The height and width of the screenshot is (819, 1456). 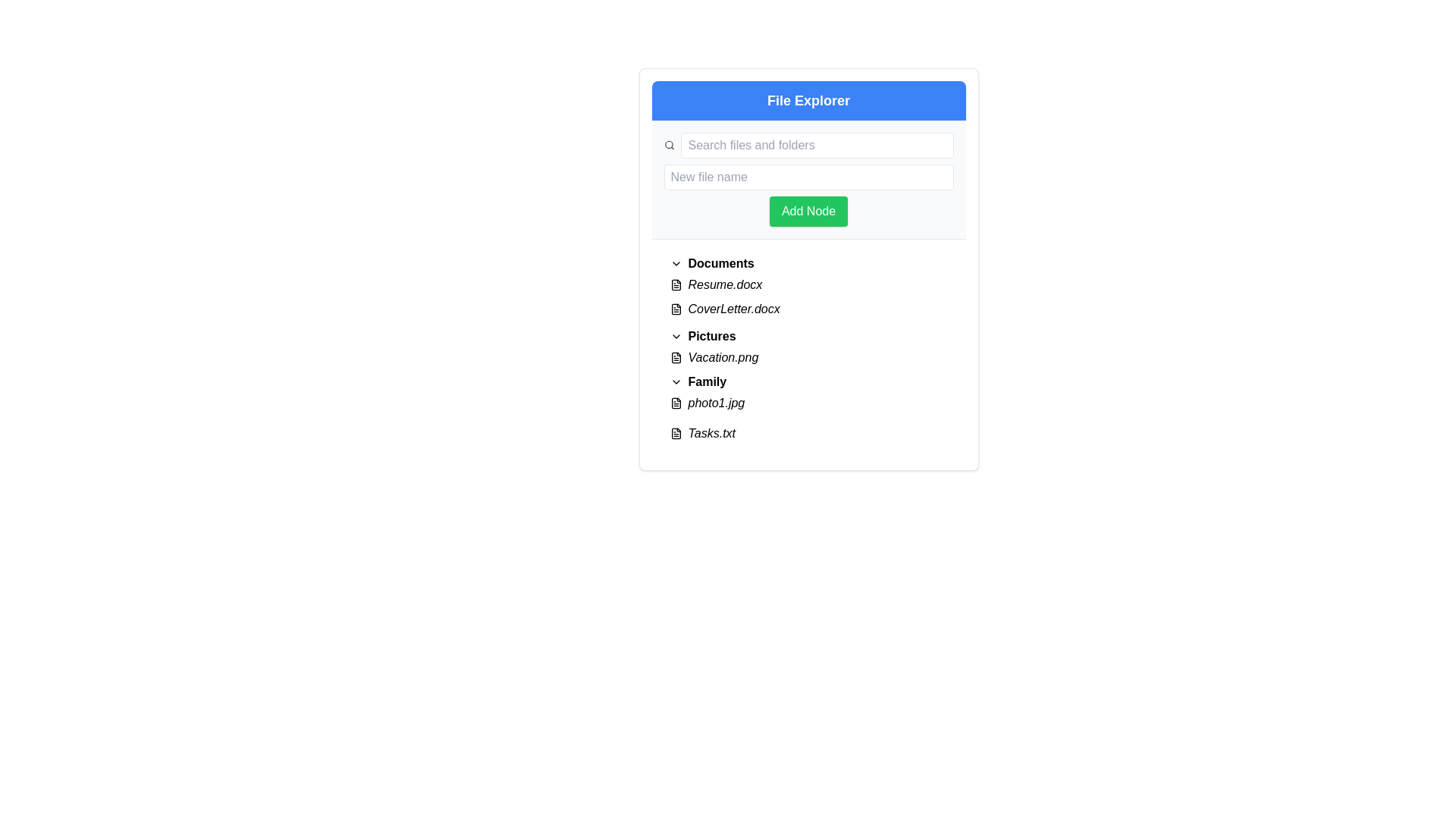 What do you see at coordinates (807, 211) in the screenshot?
I see `the 'Add Node' button located in the 'File Explorer' interface, directly below the 'New file name' input box` at bounding box center [807, 211].